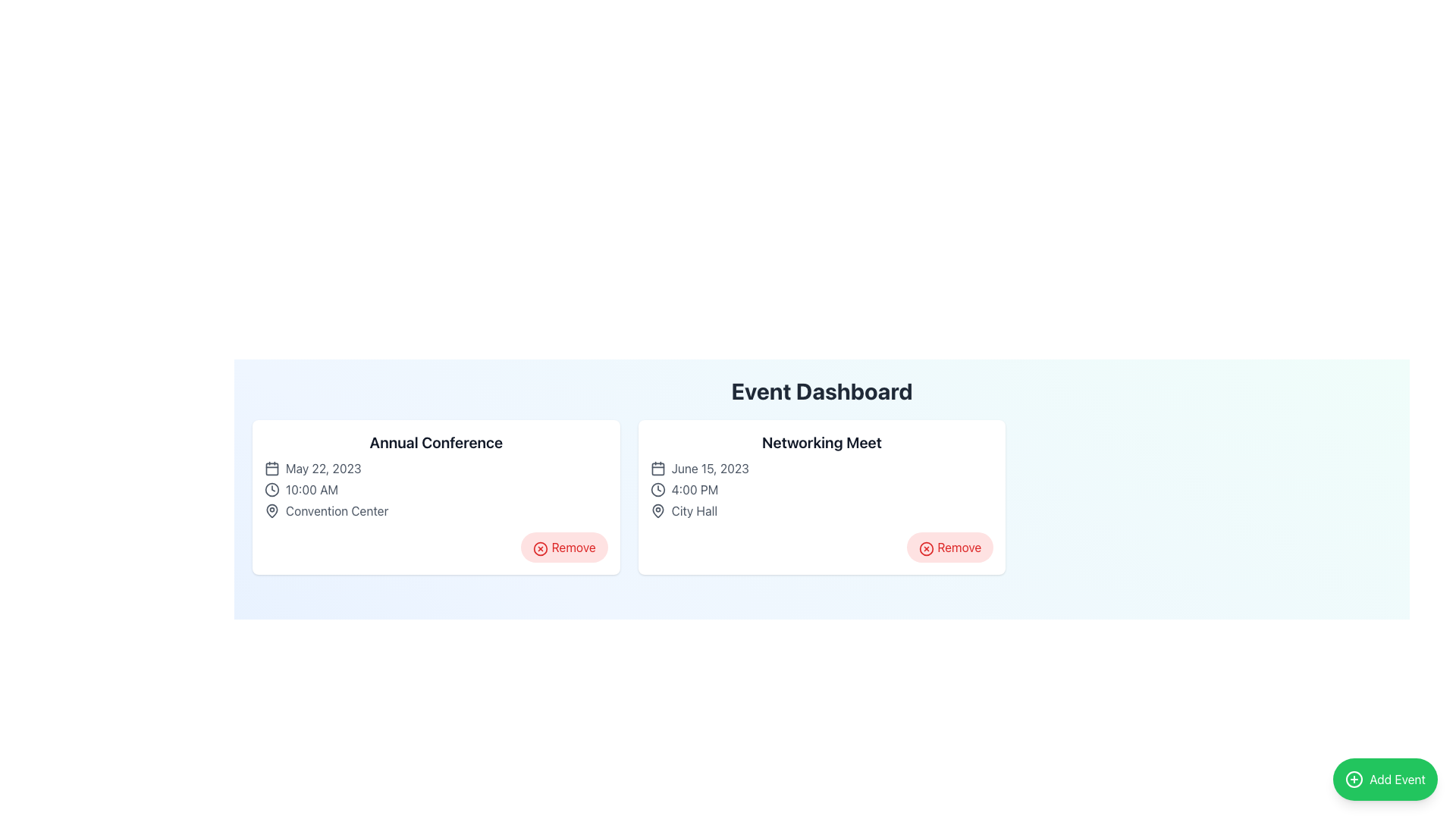 This screenshot has height=819, width=1456. Describe the element at coordinates (657, 511) in the screenshot. I see `the map pin icon located at the bottom of the 'Networking Meet' card, aligned with the location information 'City Hall'` at that location.